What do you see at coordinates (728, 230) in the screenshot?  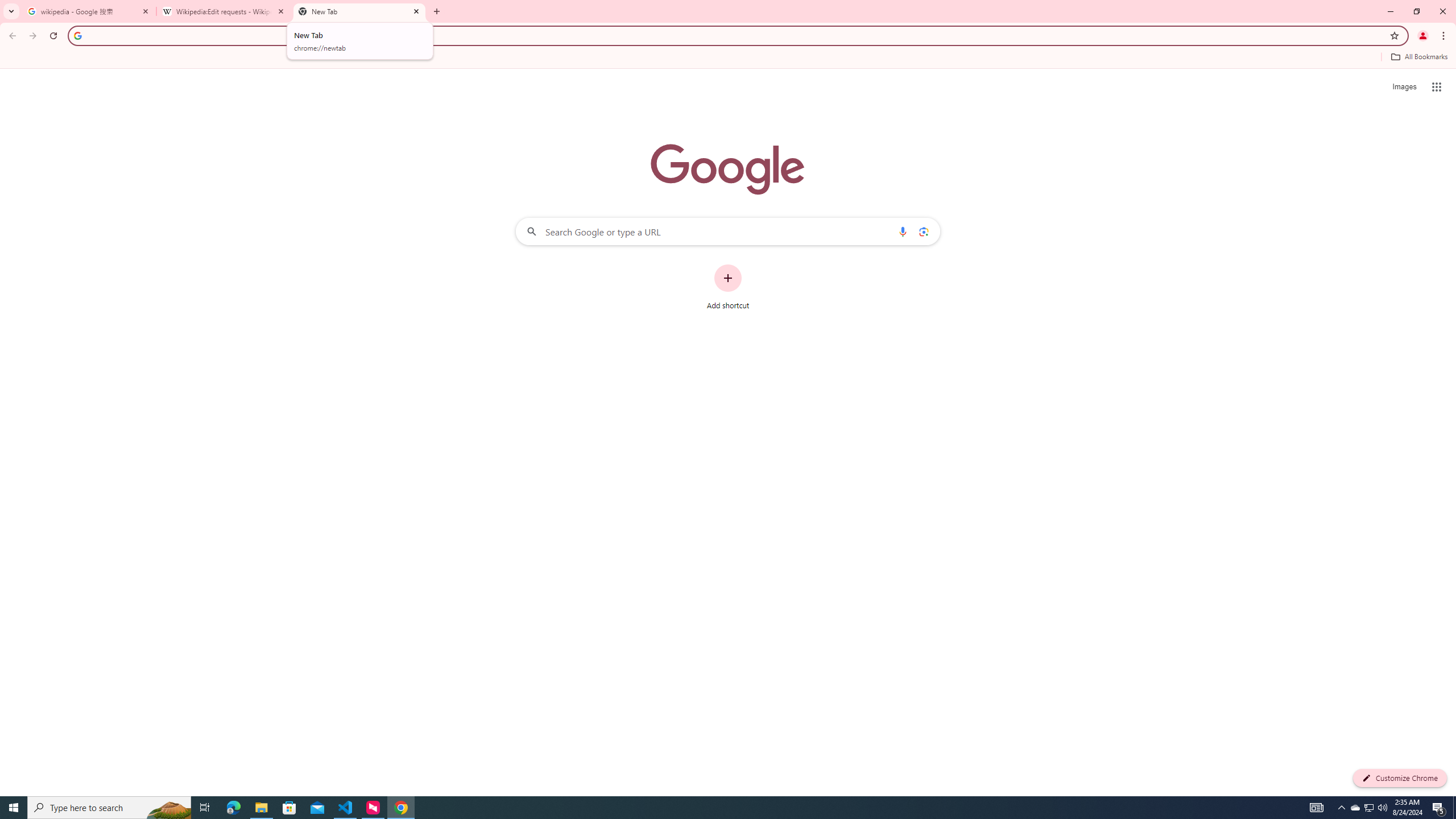 I see `'Search Google or type a URL'` at bounding box center [728, 230].